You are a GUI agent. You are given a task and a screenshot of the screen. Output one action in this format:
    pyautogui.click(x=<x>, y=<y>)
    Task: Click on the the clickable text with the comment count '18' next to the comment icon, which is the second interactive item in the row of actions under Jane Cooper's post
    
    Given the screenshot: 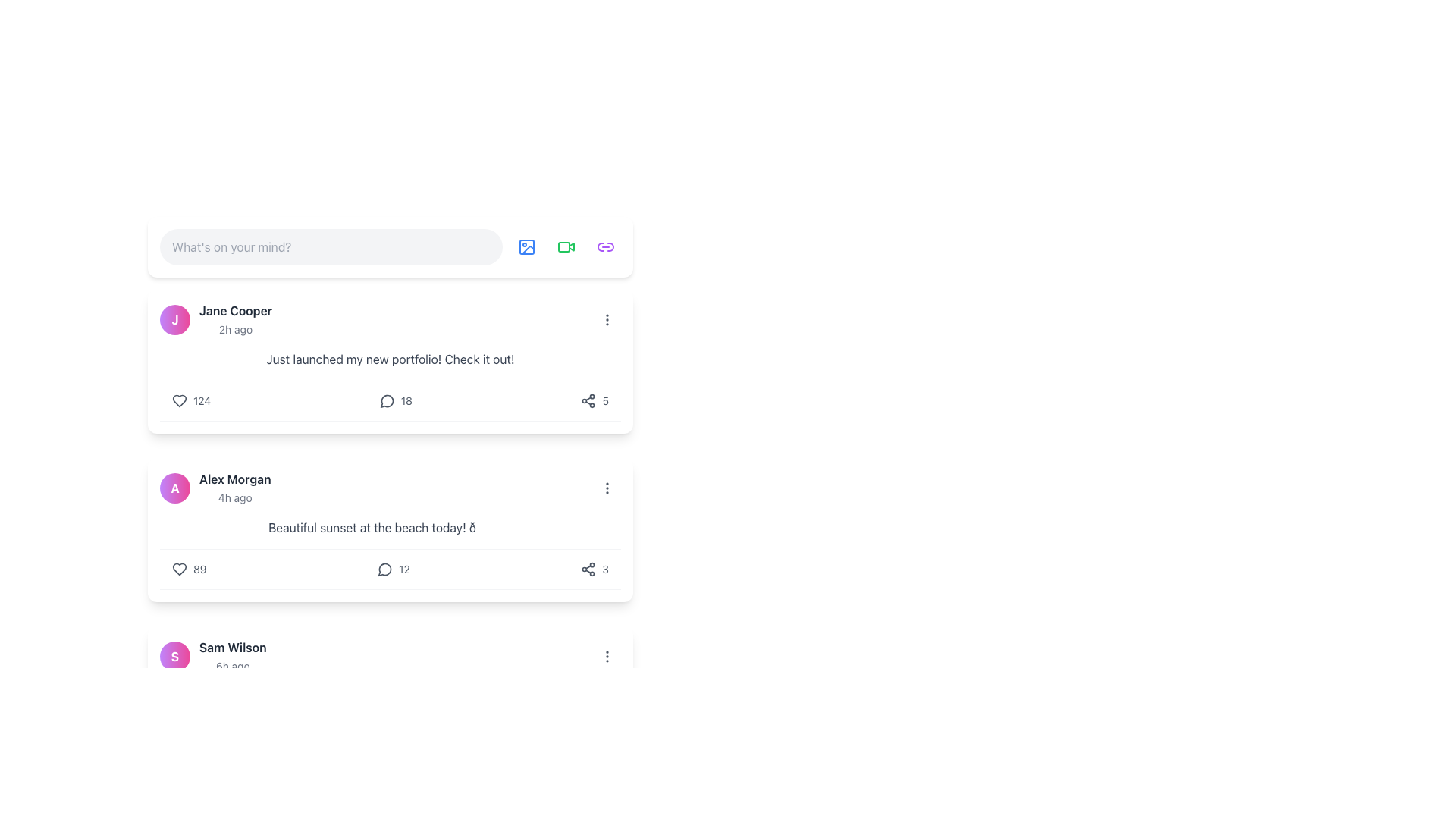 What is the action you would take?
    pyautogui.click(x=390, y=400)
    